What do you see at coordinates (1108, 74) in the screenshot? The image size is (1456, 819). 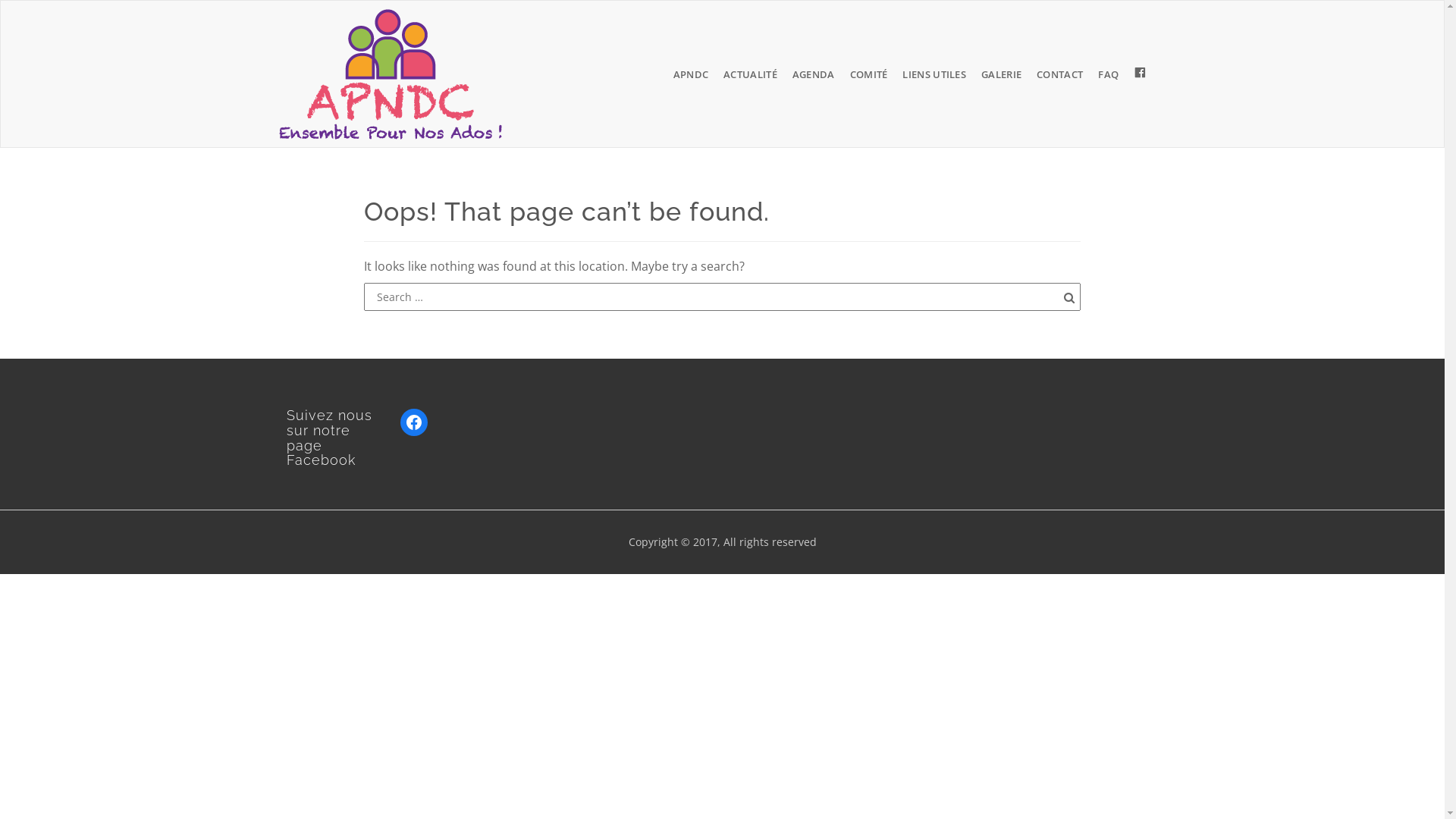 I see `'FAQ'` at bounding box center [1108, 74].